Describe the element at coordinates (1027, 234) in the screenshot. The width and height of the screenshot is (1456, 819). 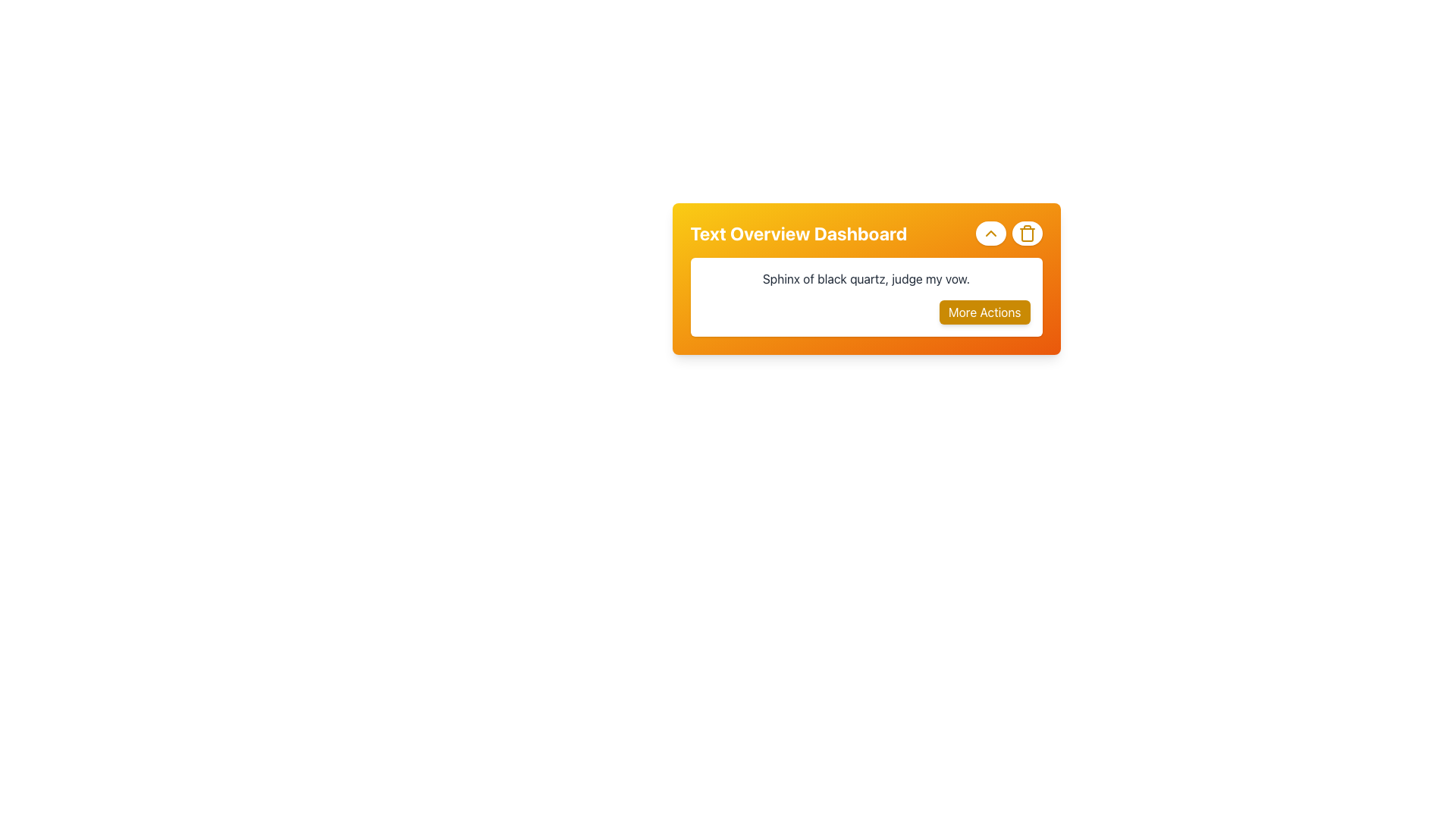
I see `the trash icon button located at the top-right corner of the card interface` at that location.